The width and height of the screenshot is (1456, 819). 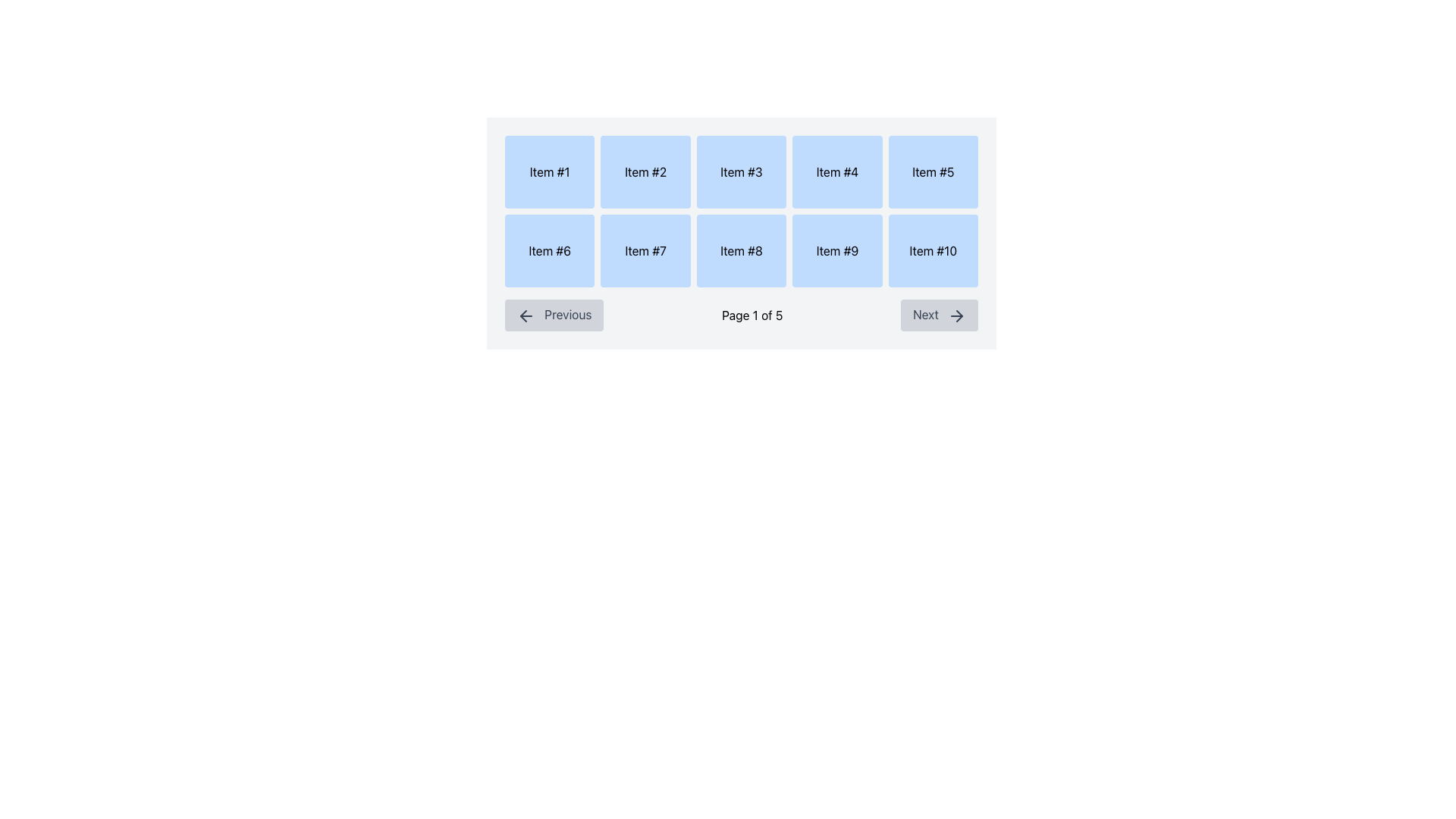 What do you see at coordinates (752, 314) in the screenshot?
I see `the Text label that indicates the user's current position and total number of pages in the pagination system, located at the center of the pagination controls between the 'Previous' and 'Next' buttons` at bounding box center [752, 314].